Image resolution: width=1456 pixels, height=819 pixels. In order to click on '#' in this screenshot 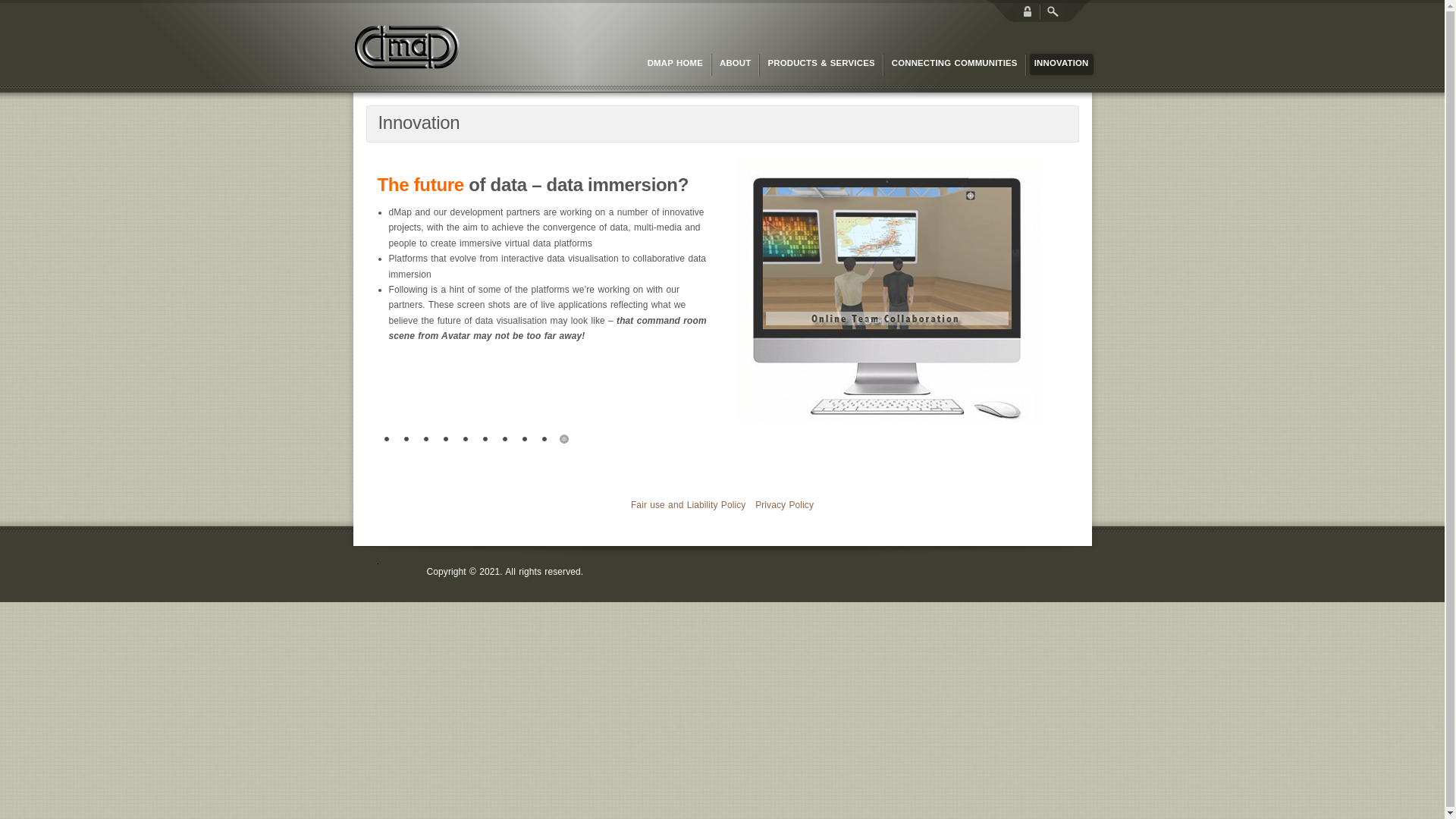, I will do `click(544, 439)`.